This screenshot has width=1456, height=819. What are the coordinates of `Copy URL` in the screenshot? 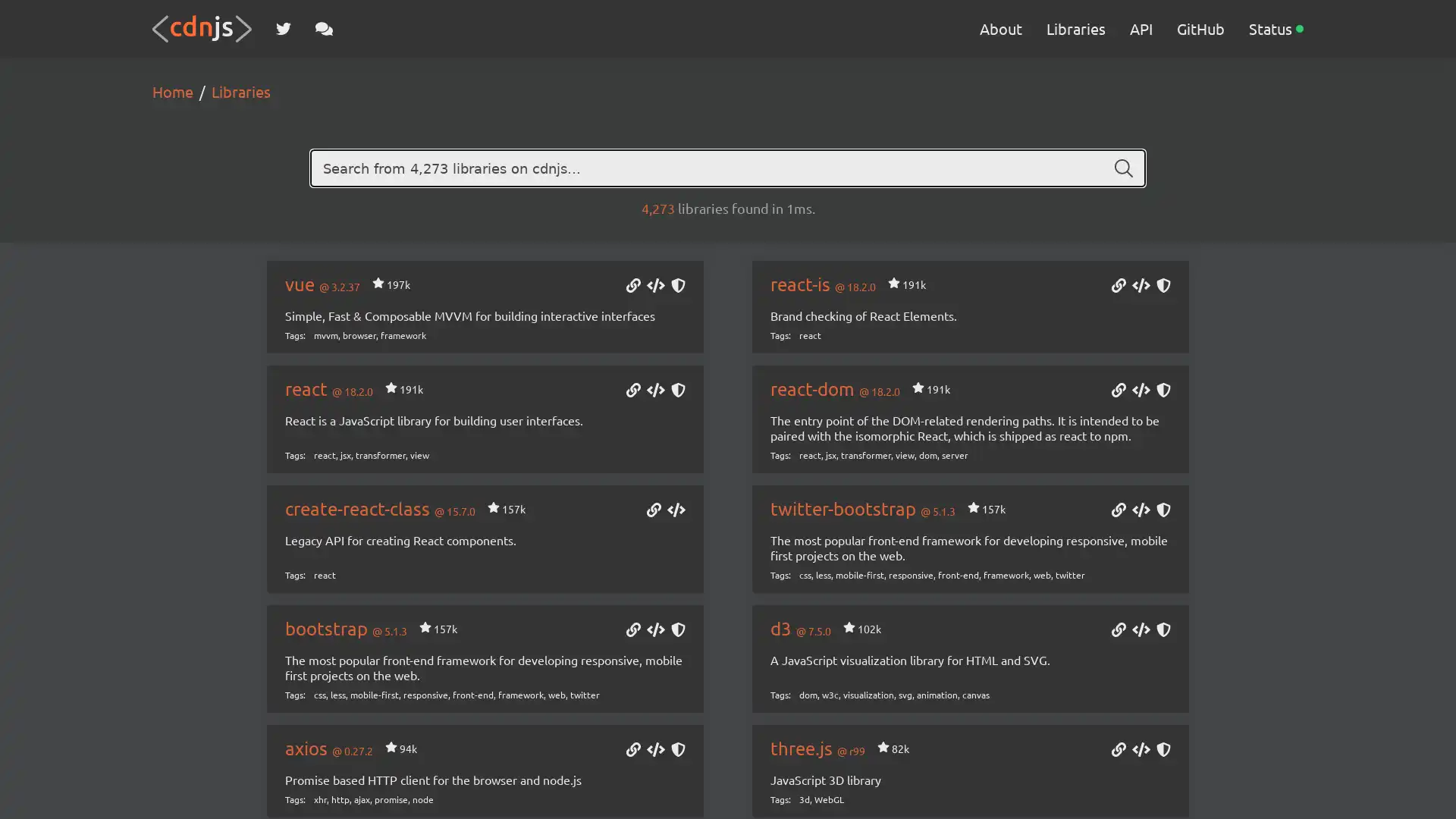 It's located at (632, 631).